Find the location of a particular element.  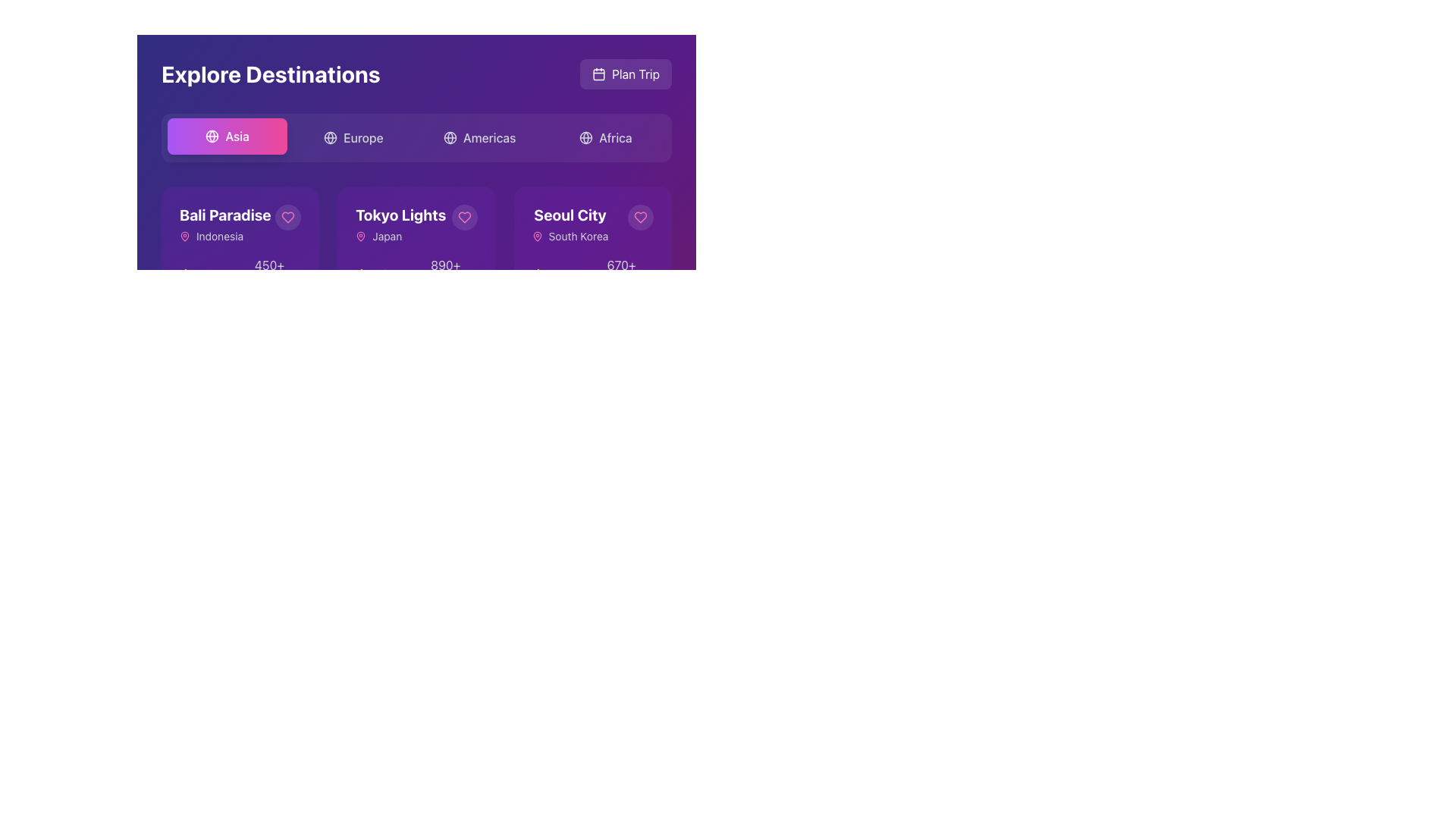

the card representing 'Seoul City' is located at coordinates (570, 215).